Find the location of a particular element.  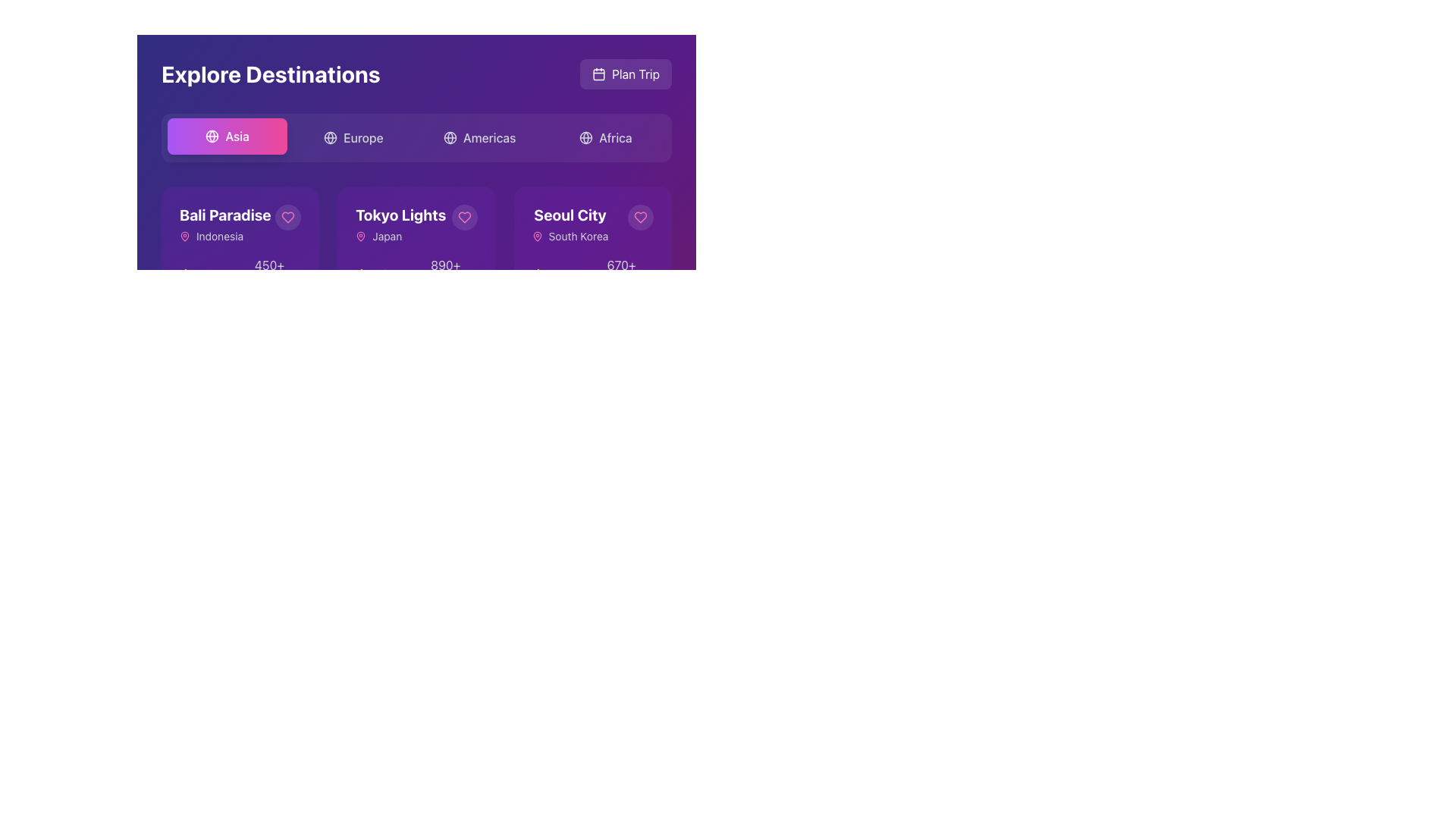

the card representing 'Seoul City' is located at coordinates (570, 215).